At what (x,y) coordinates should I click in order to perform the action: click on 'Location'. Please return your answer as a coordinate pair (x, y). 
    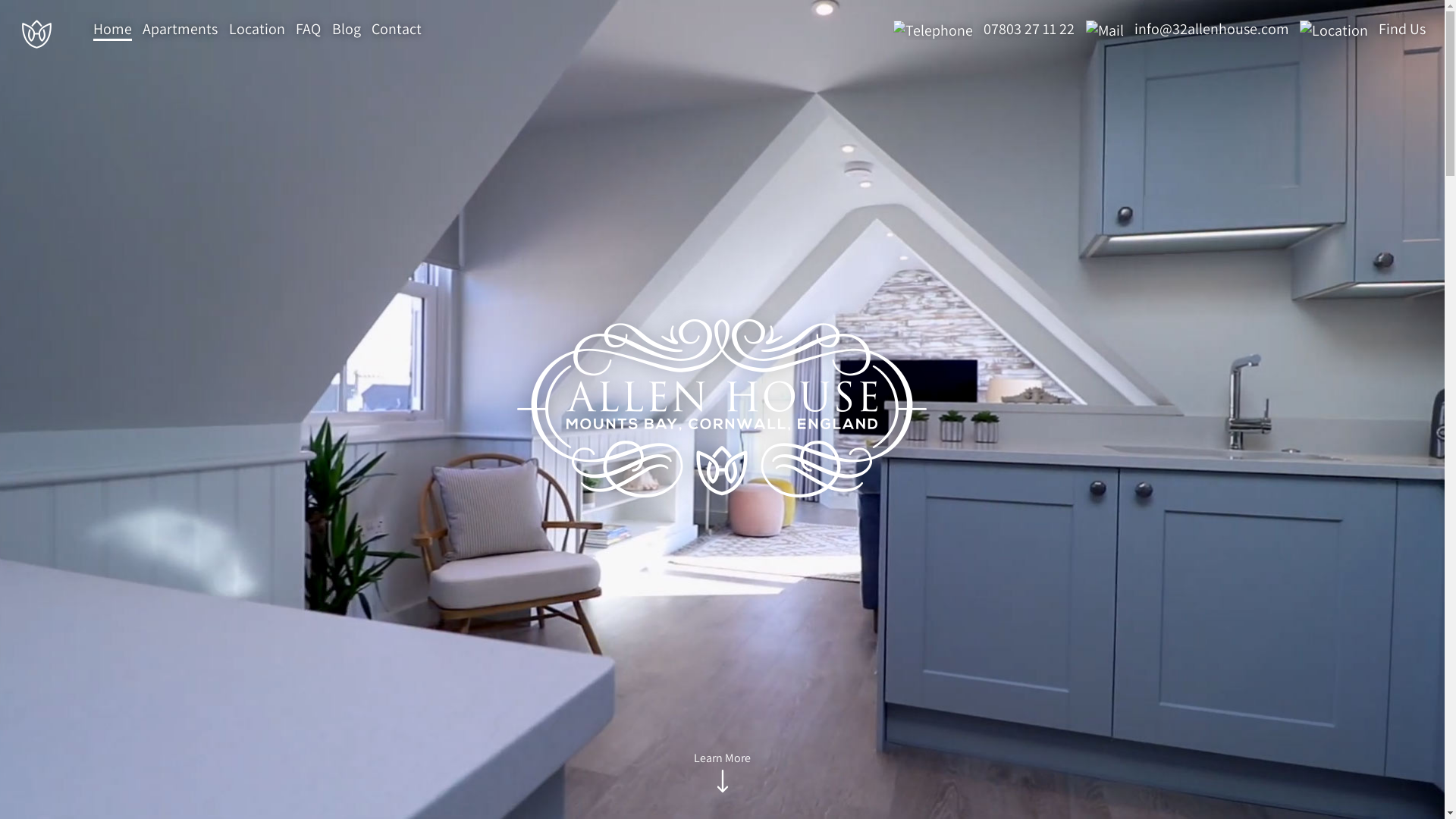
    Looking at the image, I should click on (228, 30).